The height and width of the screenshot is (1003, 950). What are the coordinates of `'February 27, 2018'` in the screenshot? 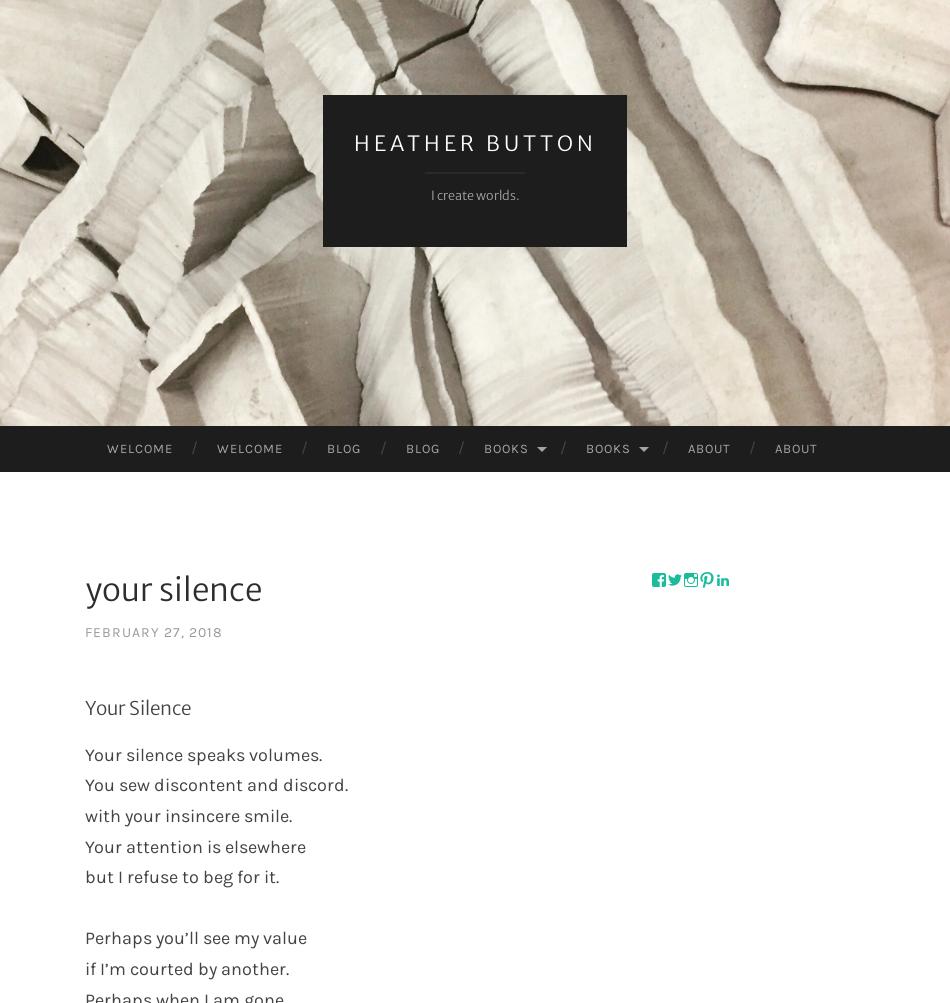 It's located at (153, 632).